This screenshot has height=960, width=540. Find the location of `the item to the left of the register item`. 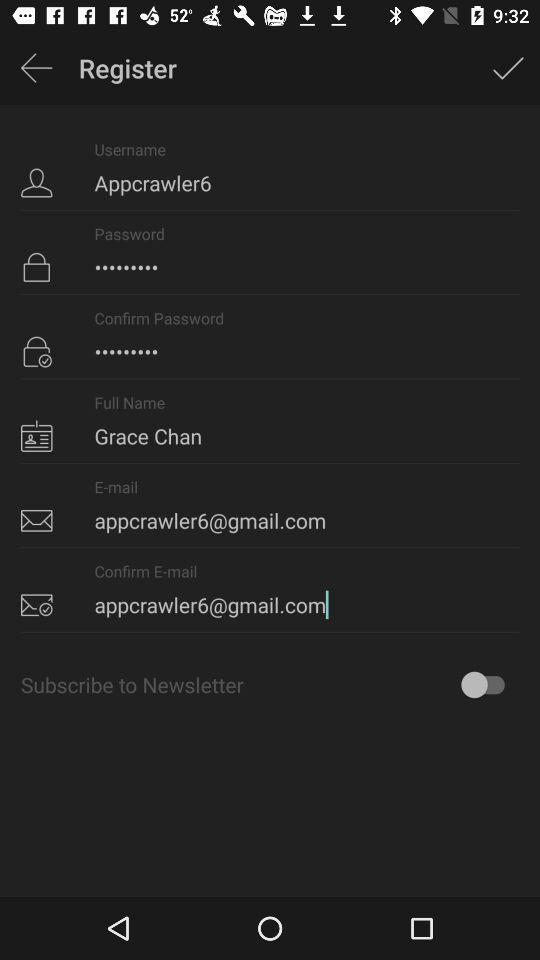

the item to the left of the register item is located at coordinates (36, 68).